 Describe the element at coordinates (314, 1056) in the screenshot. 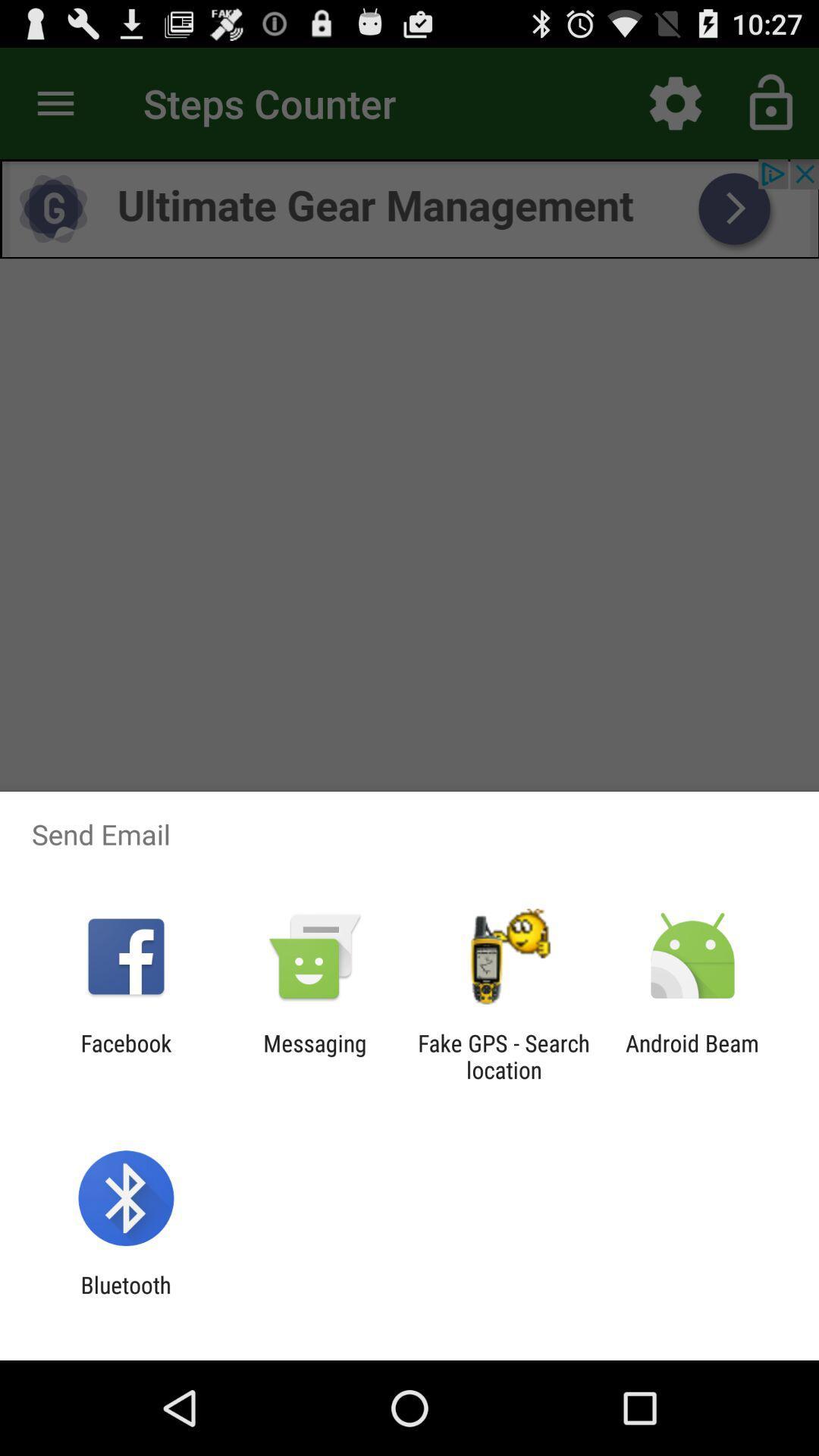

I see `messaging app` at that location.